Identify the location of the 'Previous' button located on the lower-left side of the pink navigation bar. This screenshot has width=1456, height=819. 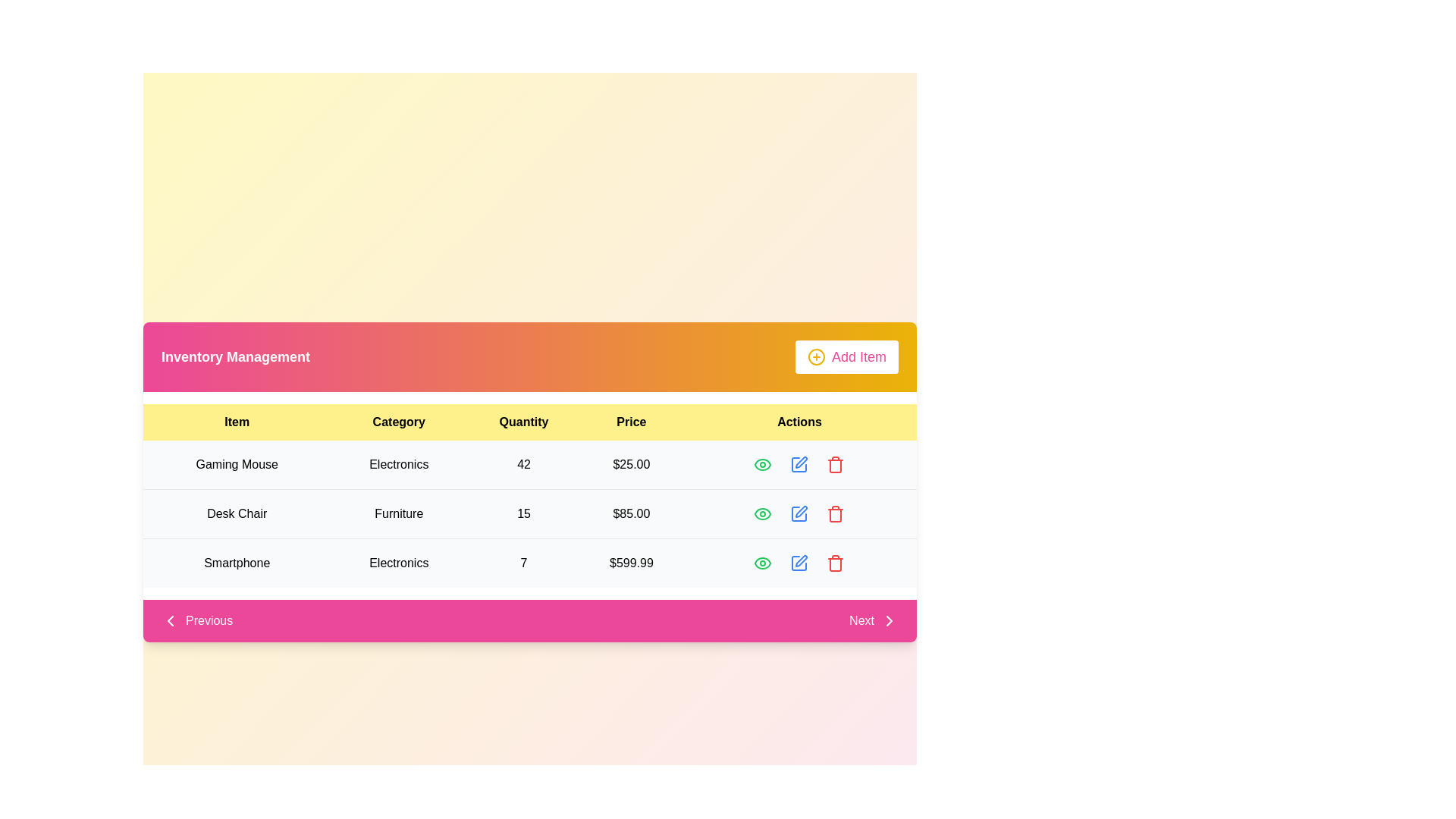
(196, 620).